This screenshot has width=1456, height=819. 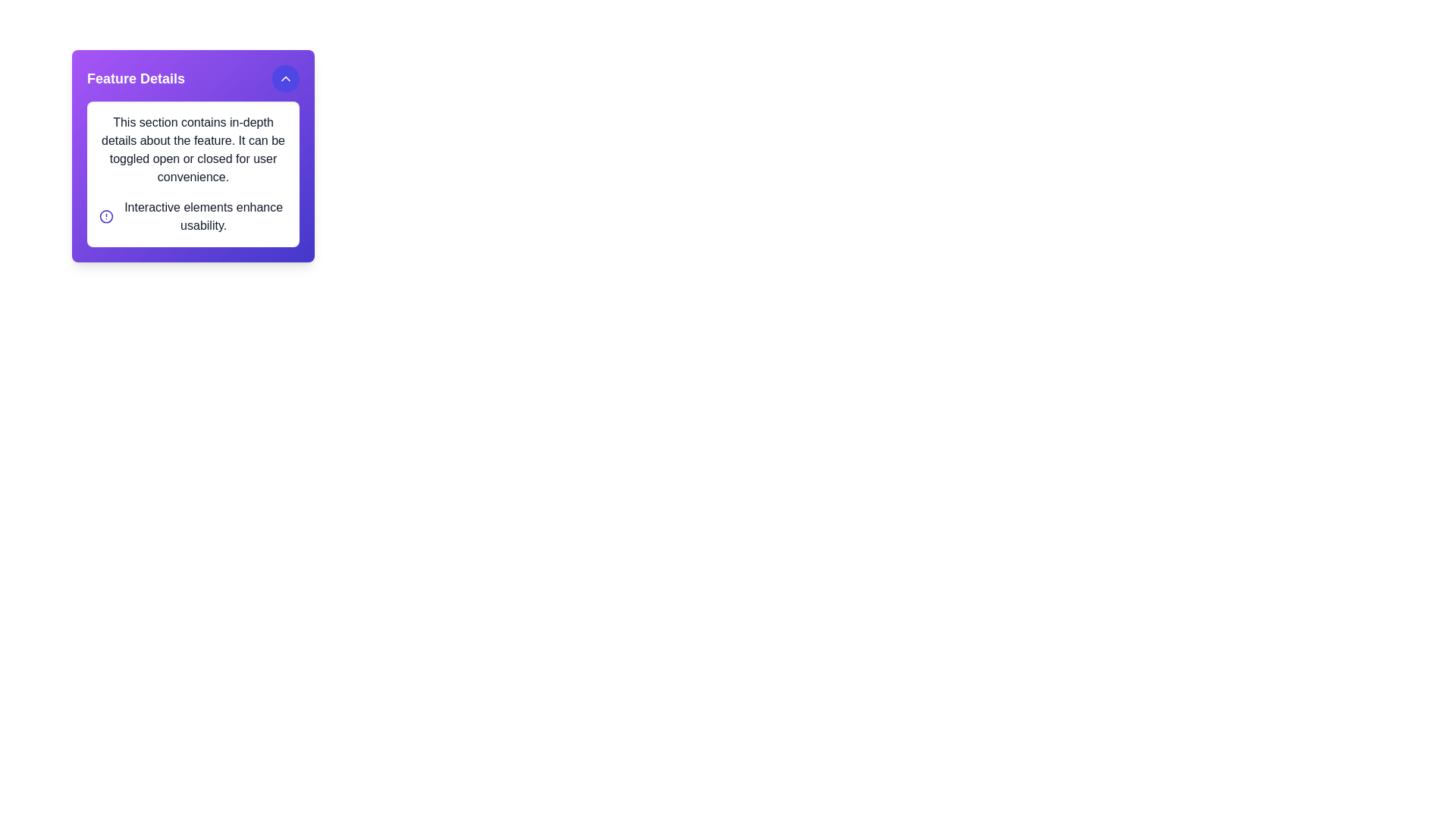 What do you see at coordinates (136, 79) in the screenshot?
I see `the 'Feature Details' text element, which is prominently displayed in a bold and large font against a purple background` at bounding box center [136, 79].